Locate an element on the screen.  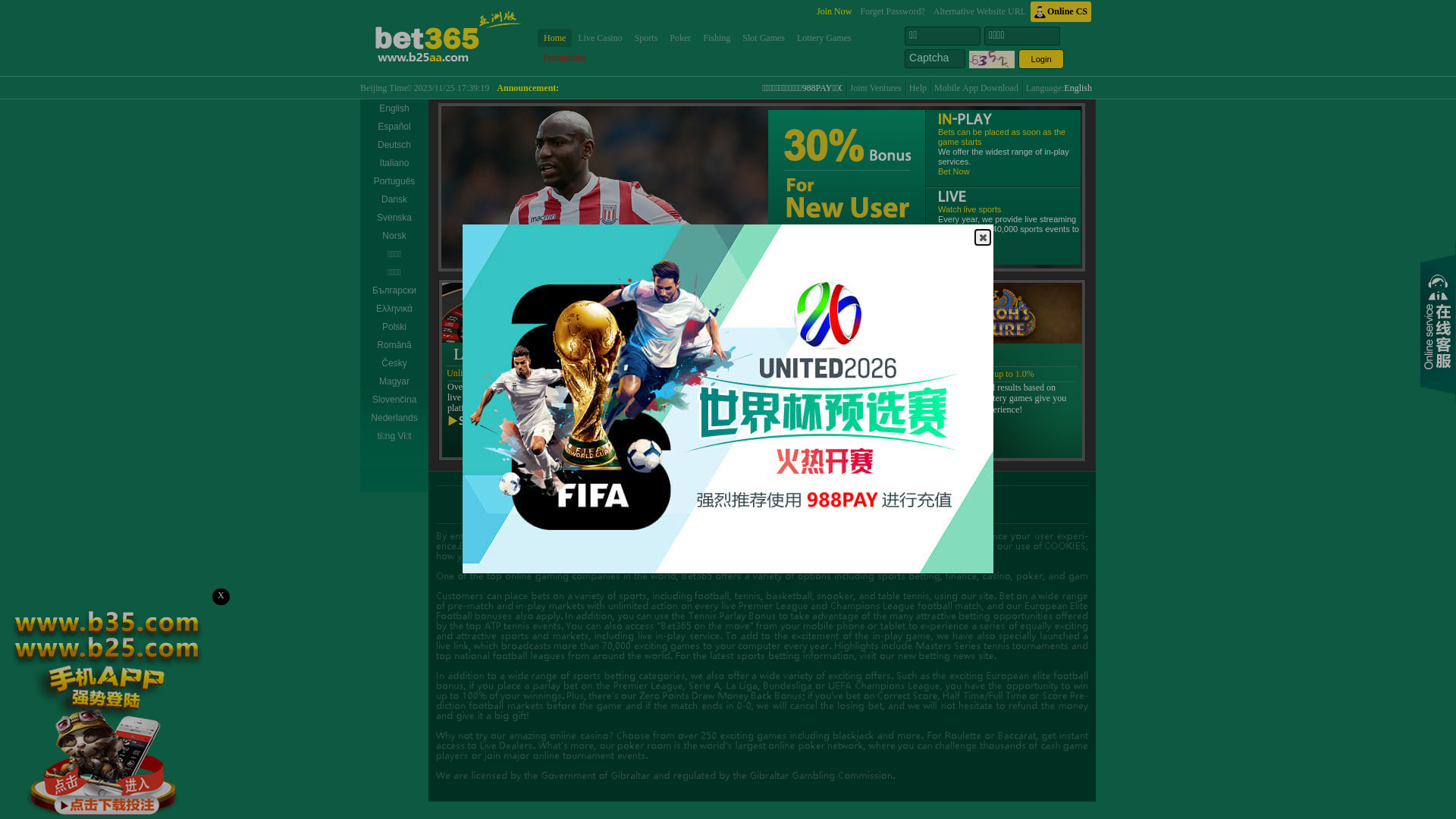
'Mobile App Download' is located at coordinates (976, 87).